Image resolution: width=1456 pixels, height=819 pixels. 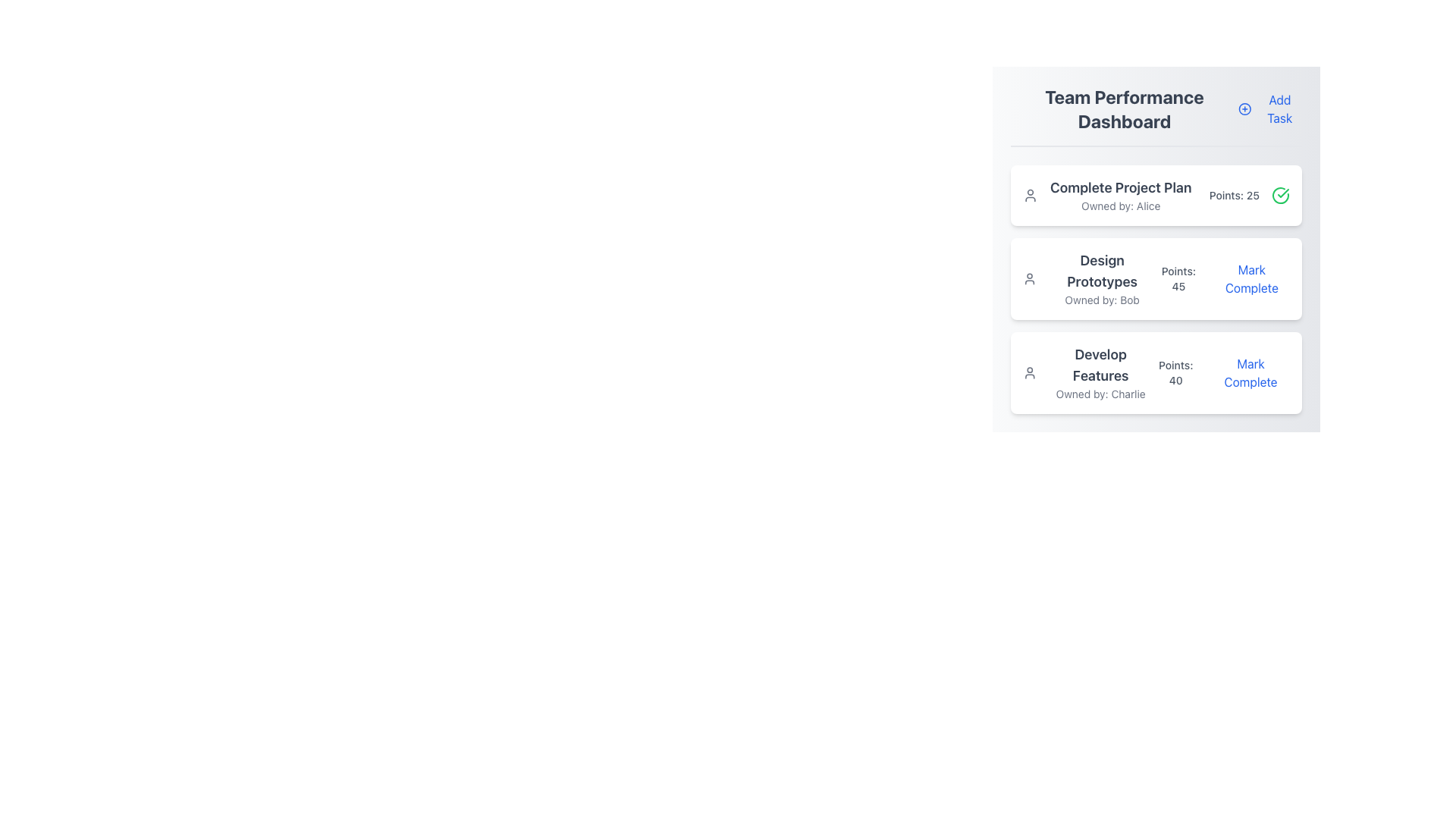 I want to click on the user icon that visually represents the owner associated with the 'Complete Project Plan' entry, located to the left of the text, so click(x=1030, y=195).